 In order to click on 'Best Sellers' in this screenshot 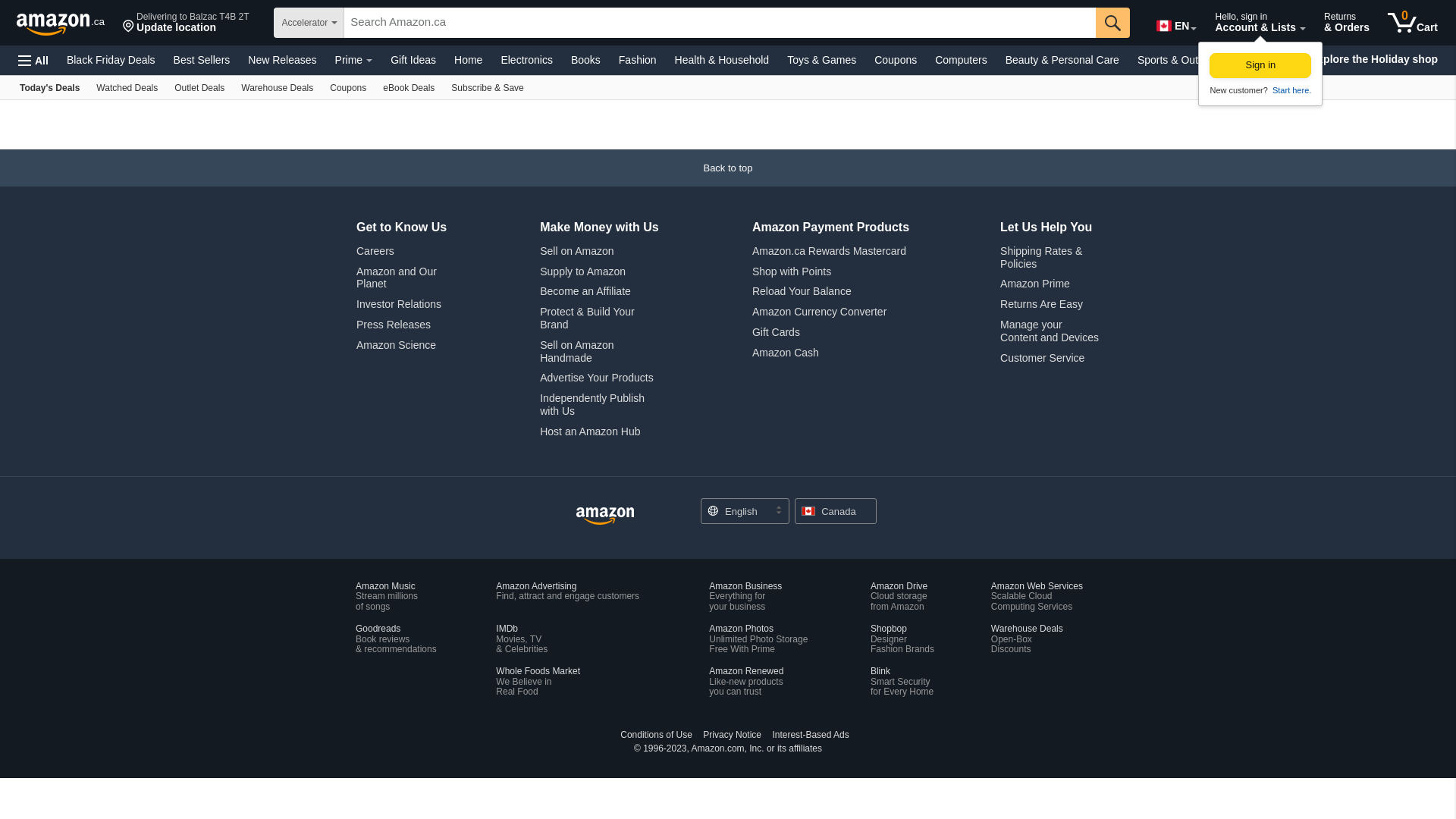, I will do `click(201, 58)`.